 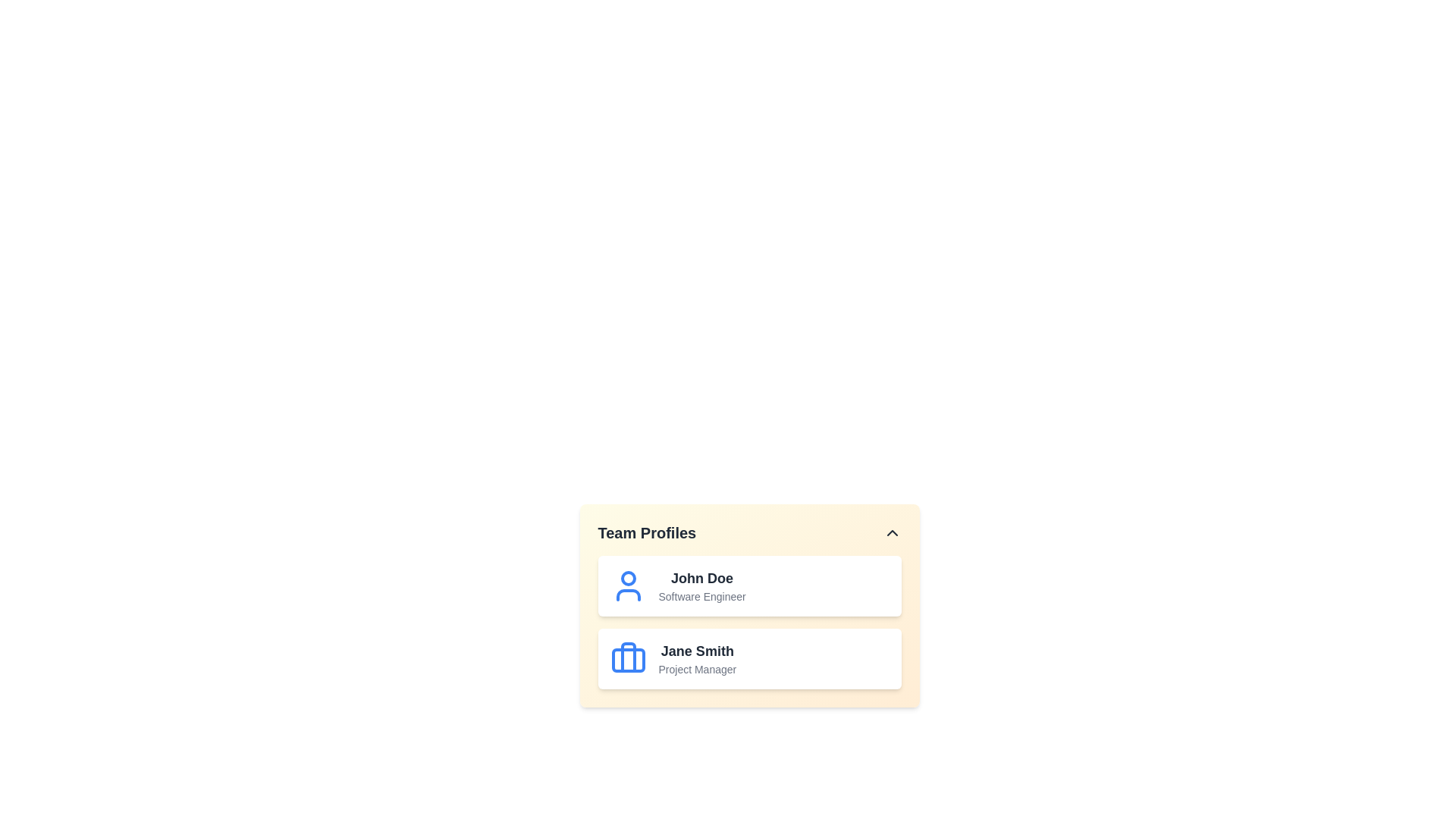 What do you see at coordinates (701, 595) in the screenshot?
I see `the text label displaying 'Software Engineer', which is a small gray font positioned below the name 'John Doe'` at bounding box center [701, 595].